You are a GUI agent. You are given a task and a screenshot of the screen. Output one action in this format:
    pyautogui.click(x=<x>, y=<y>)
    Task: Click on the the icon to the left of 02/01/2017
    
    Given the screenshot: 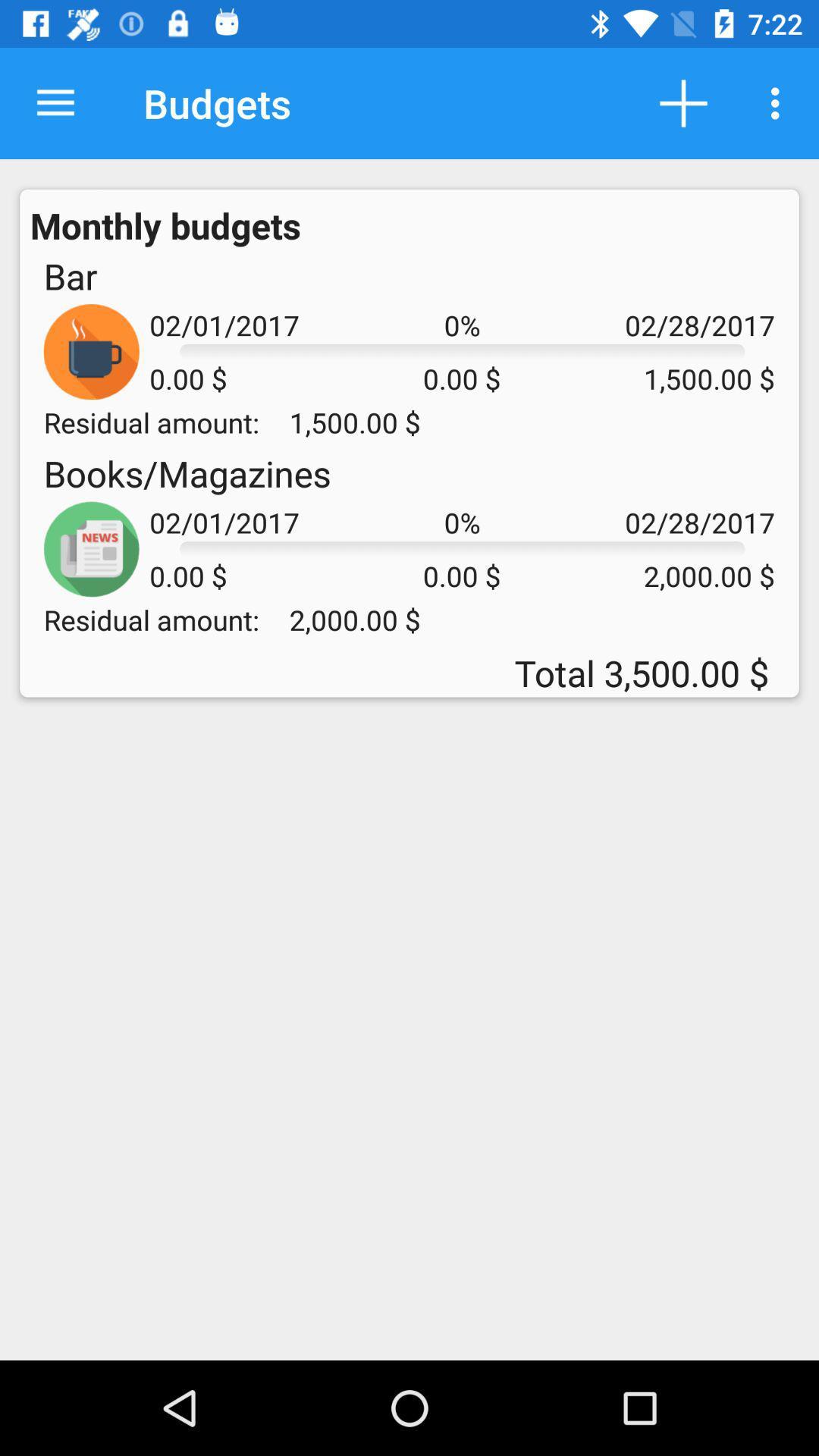 What is the action you would take?
    pyautogui.click(x=70, y=276)
    